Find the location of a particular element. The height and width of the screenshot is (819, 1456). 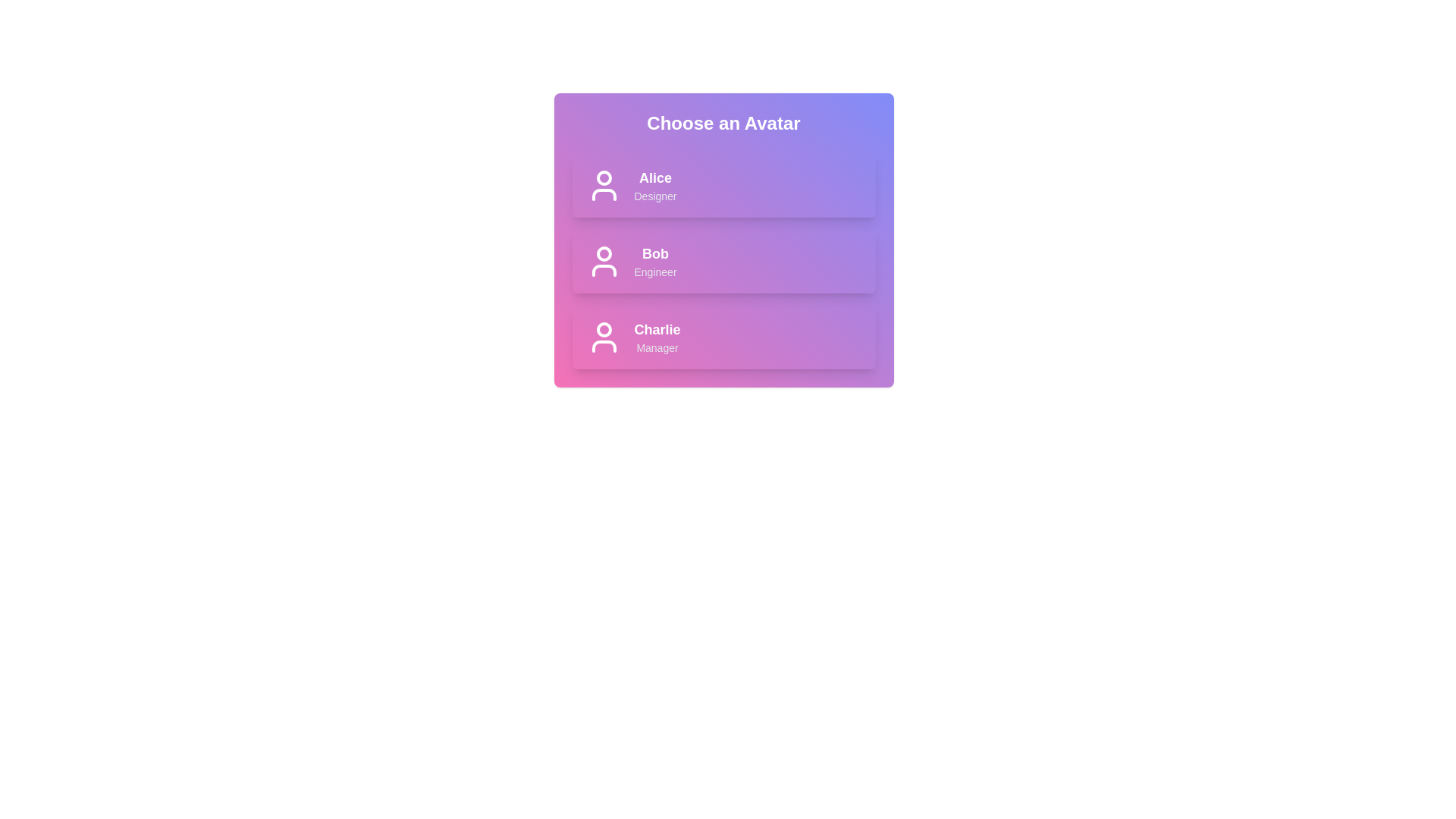

the avatar selection icon corresponding to the user profile name 'Charlie' is located at coordinates (603, 346).